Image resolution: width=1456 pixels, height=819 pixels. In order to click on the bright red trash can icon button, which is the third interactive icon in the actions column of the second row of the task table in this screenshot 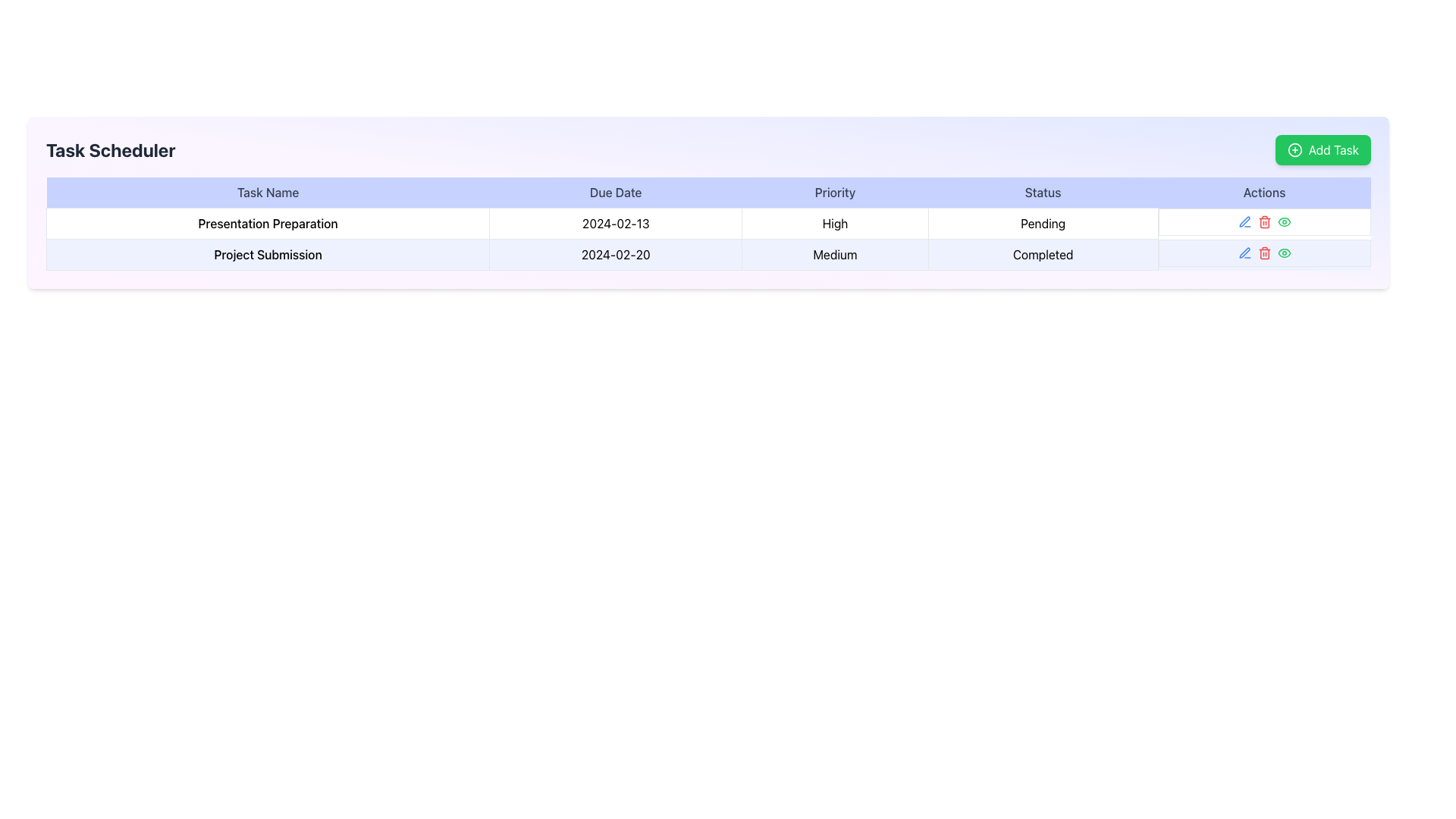, I will do `click(1264, 252)`.